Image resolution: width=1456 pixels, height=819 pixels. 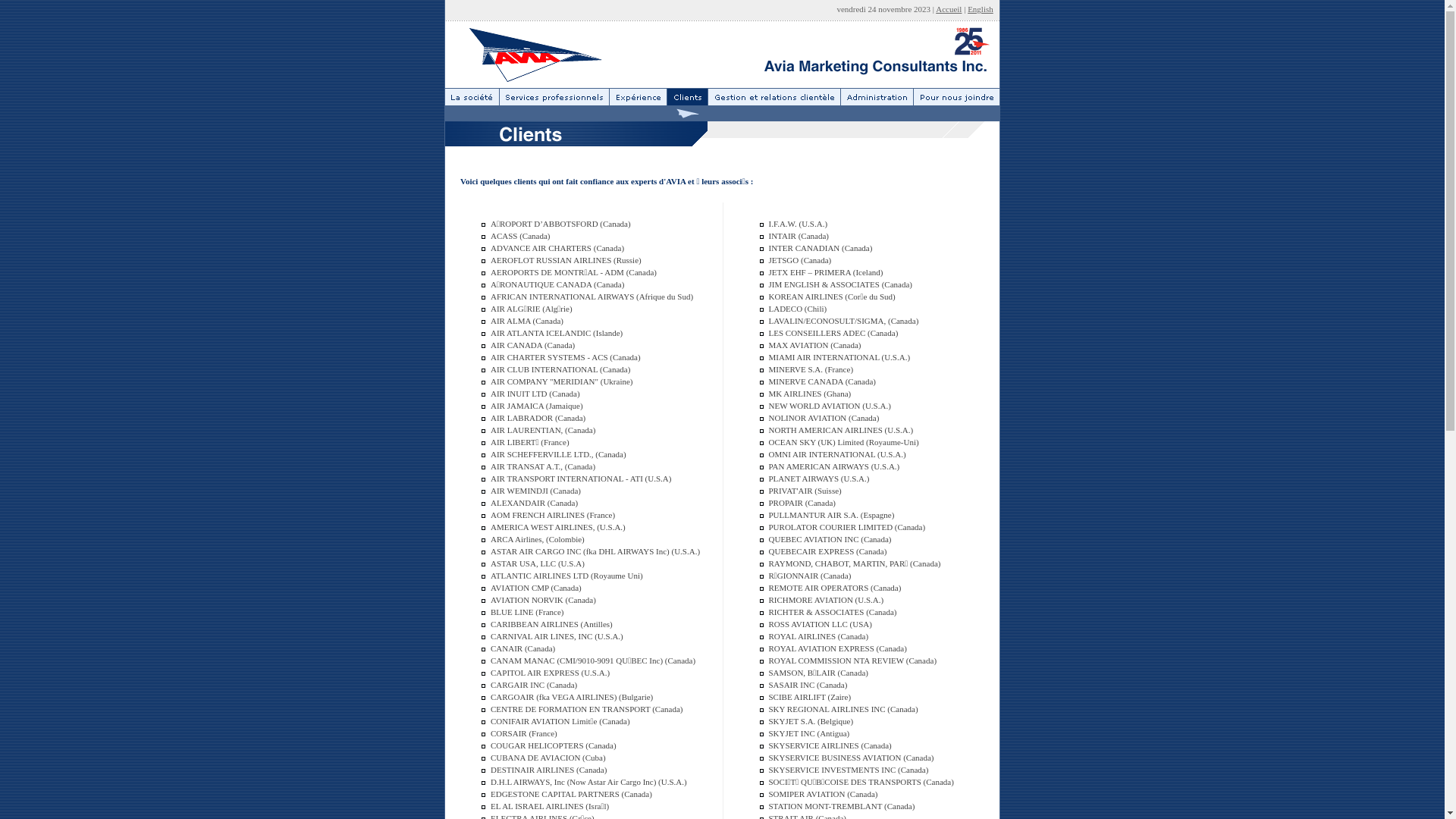 I want to click on 'English', so click(x=980, y=8).